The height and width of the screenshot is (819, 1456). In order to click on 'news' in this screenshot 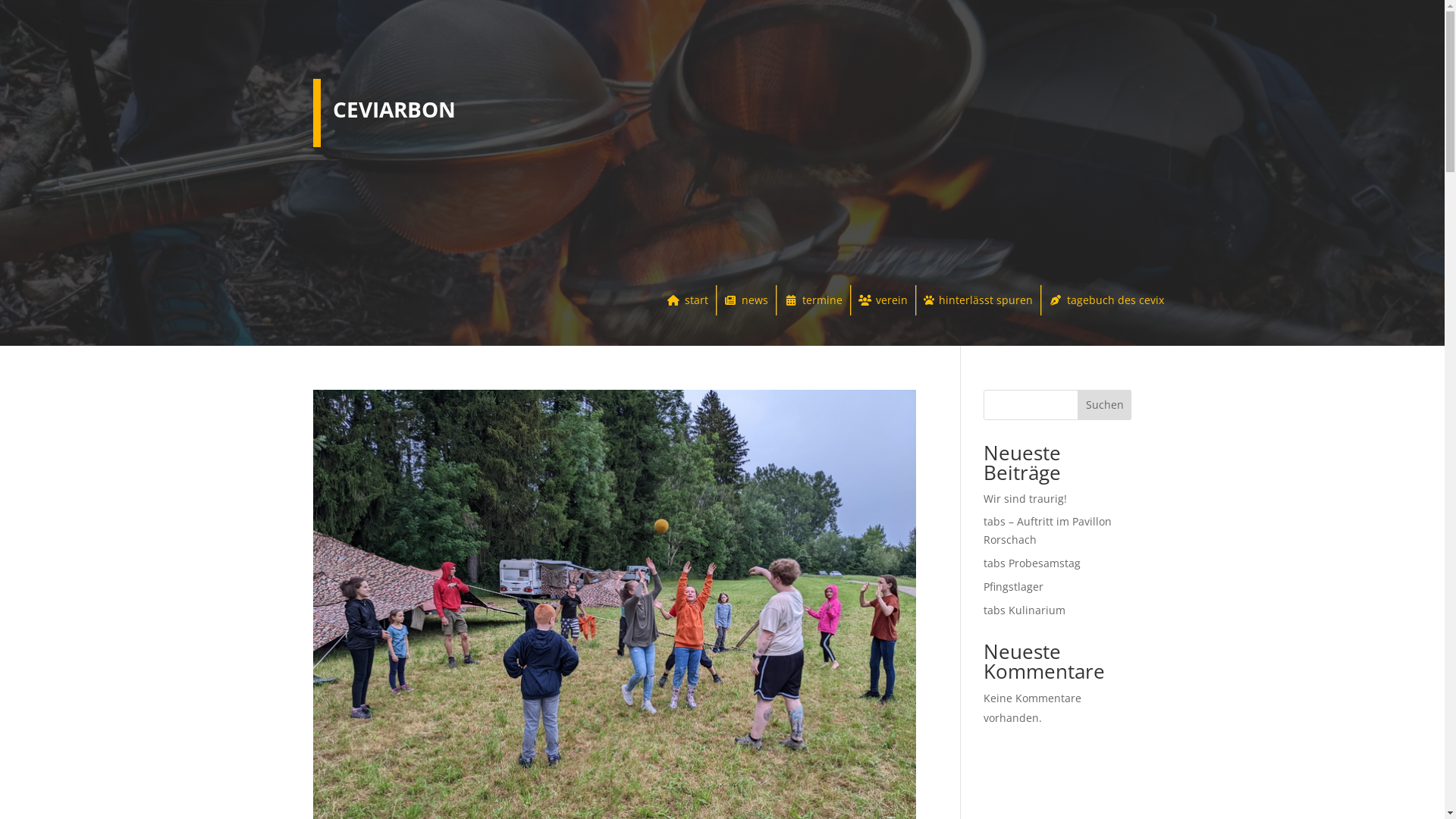, I will do `click(745, 300)`.